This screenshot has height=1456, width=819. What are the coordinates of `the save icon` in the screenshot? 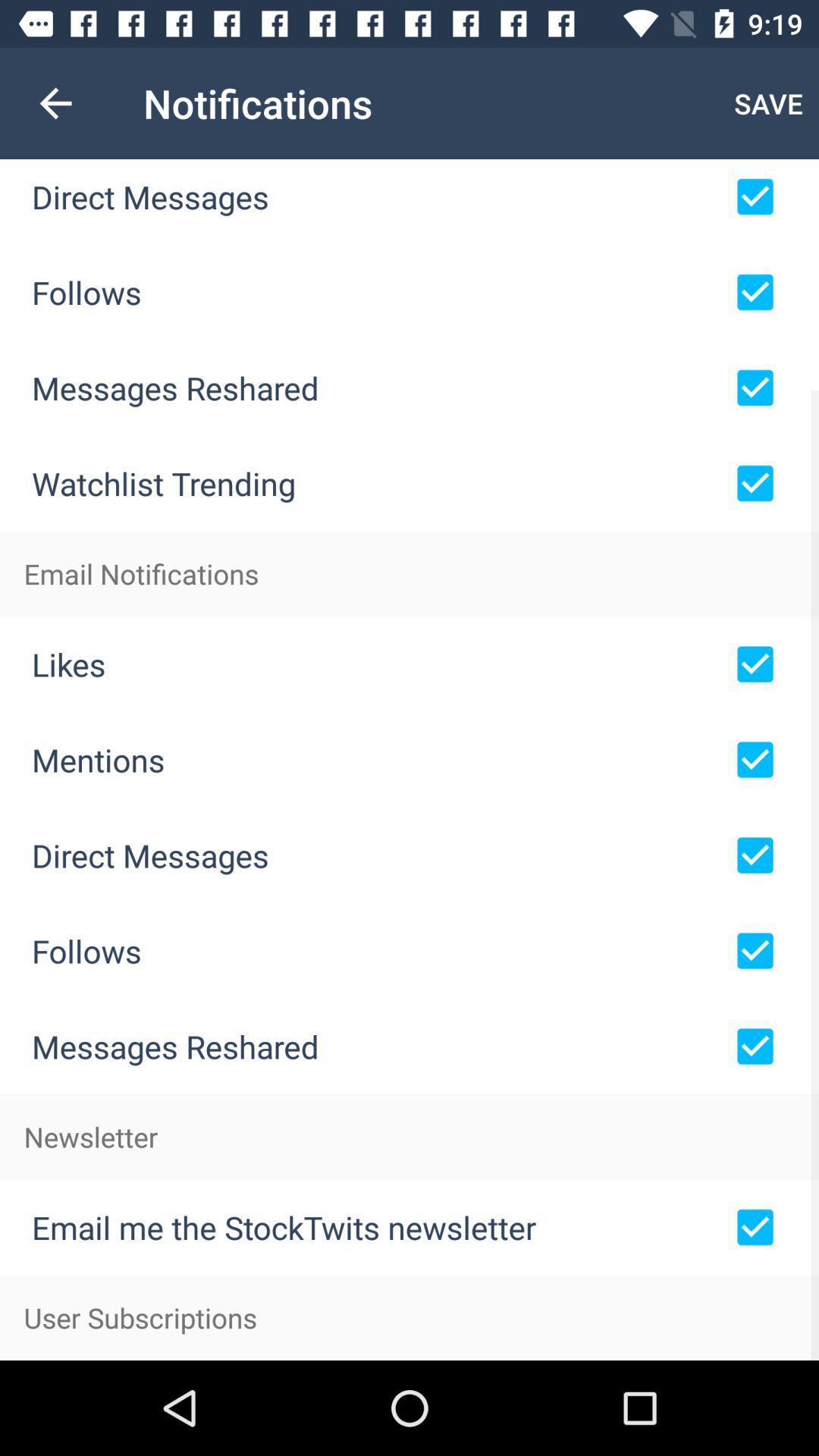 It's located at (768, 102).